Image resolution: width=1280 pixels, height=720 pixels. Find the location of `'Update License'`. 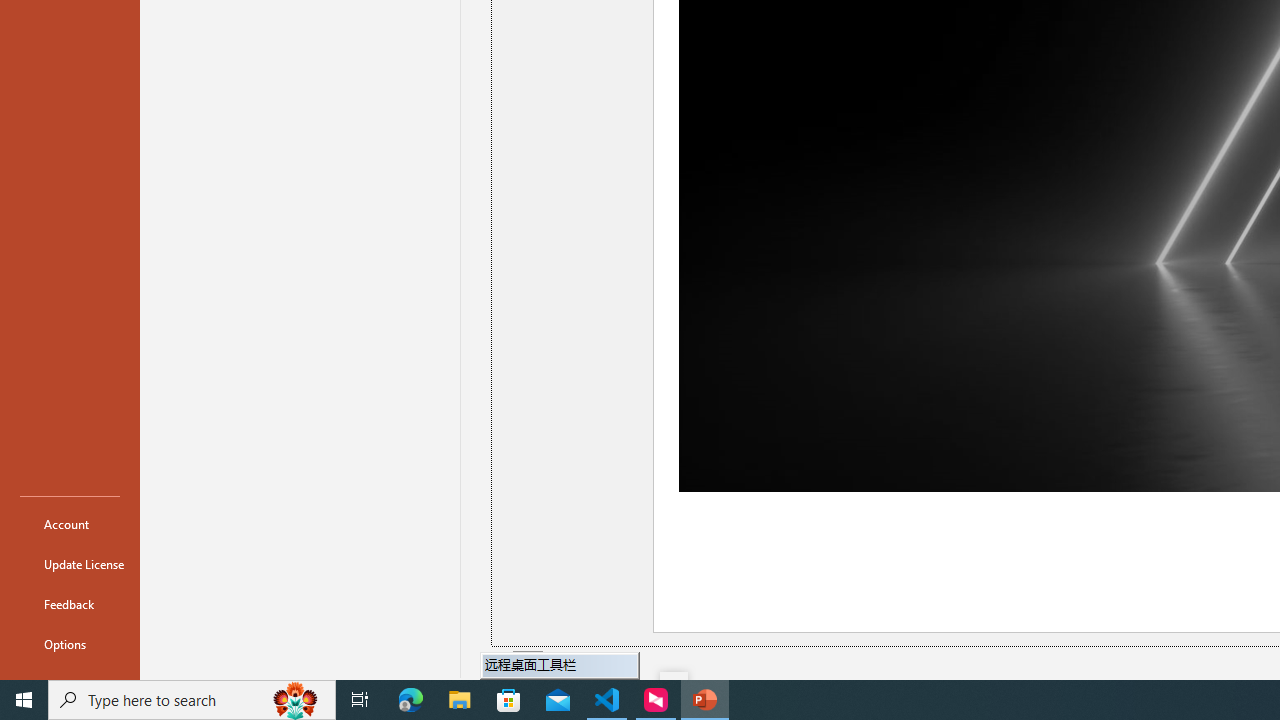

'Update License' is located at coordinates (69, 564).